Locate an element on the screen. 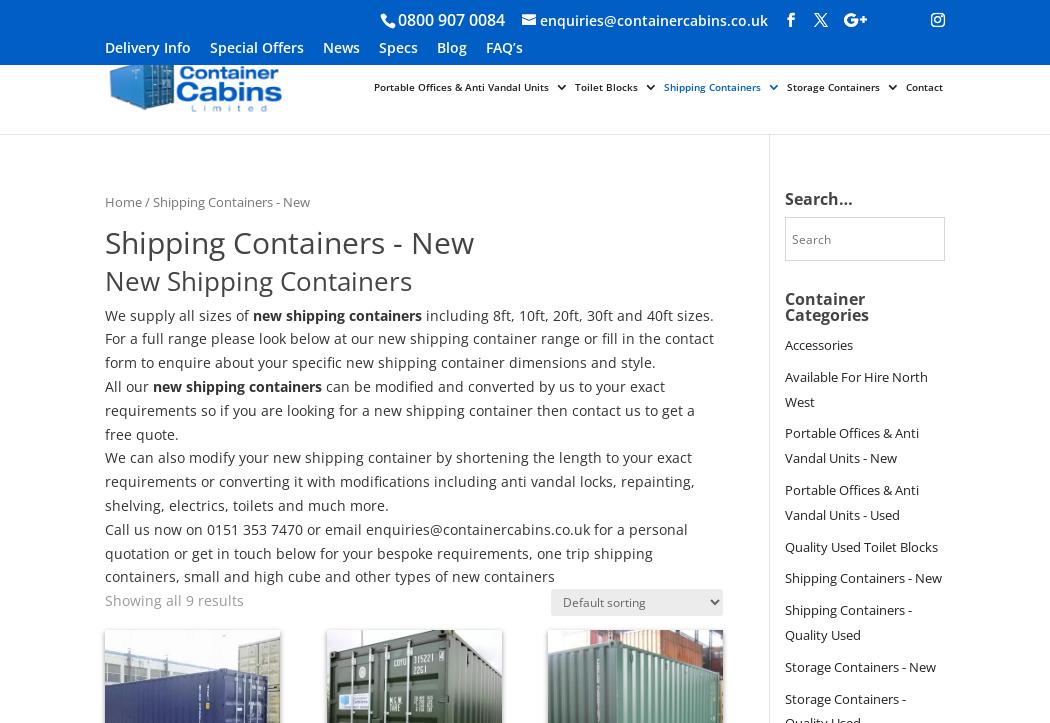  'Specs' is located at coordinates (398, 46).